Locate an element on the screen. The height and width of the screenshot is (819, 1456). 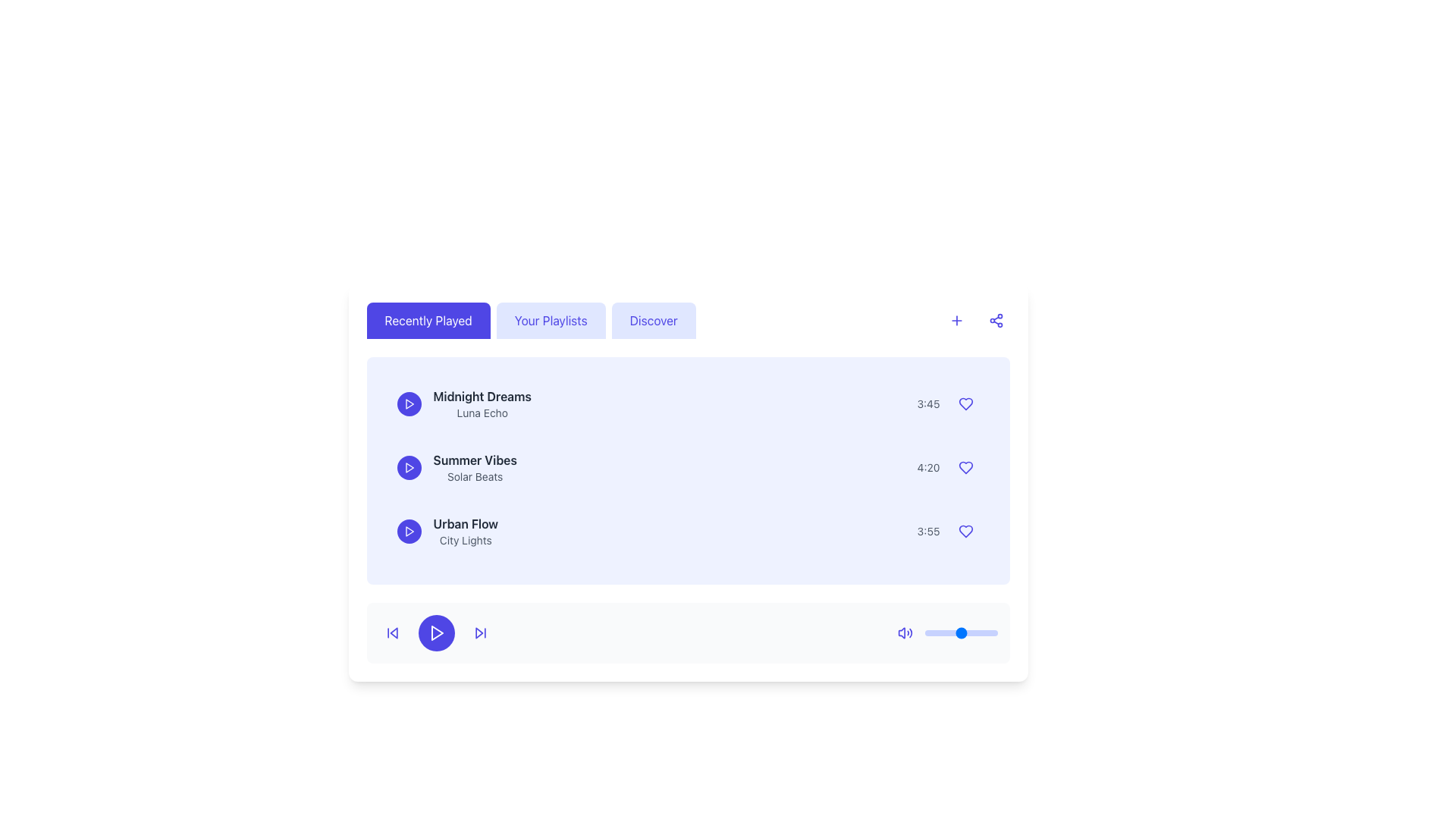
the heart-shaped icon in the 'Recently Played' panel is located at coordinates (965, 467).